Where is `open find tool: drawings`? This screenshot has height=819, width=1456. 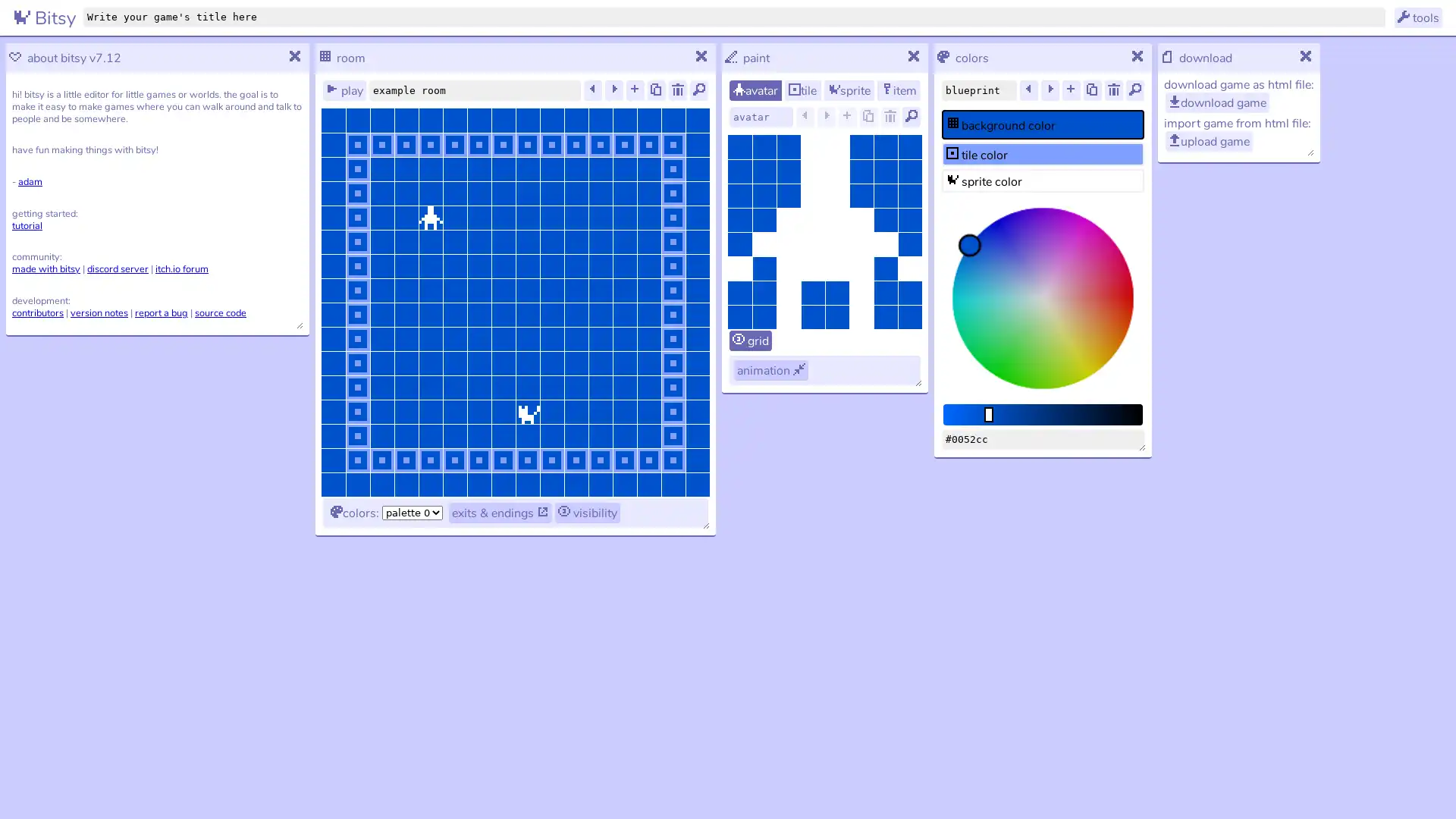 open find tool: drawings is located at coordinates (910, 116).